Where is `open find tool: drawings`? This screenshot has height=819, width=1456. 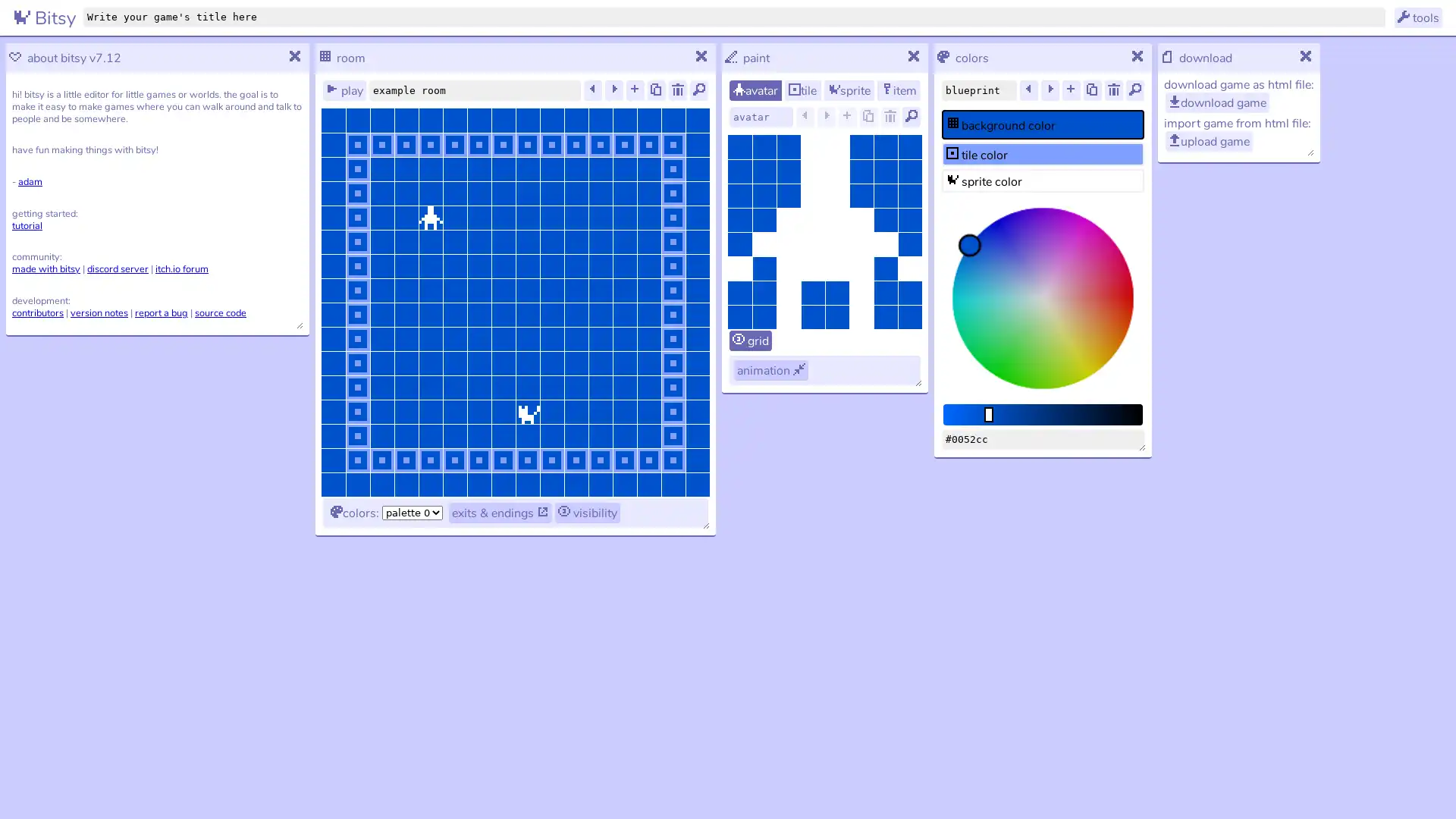 open find tool: drawings is located at coordinates (910, 116).